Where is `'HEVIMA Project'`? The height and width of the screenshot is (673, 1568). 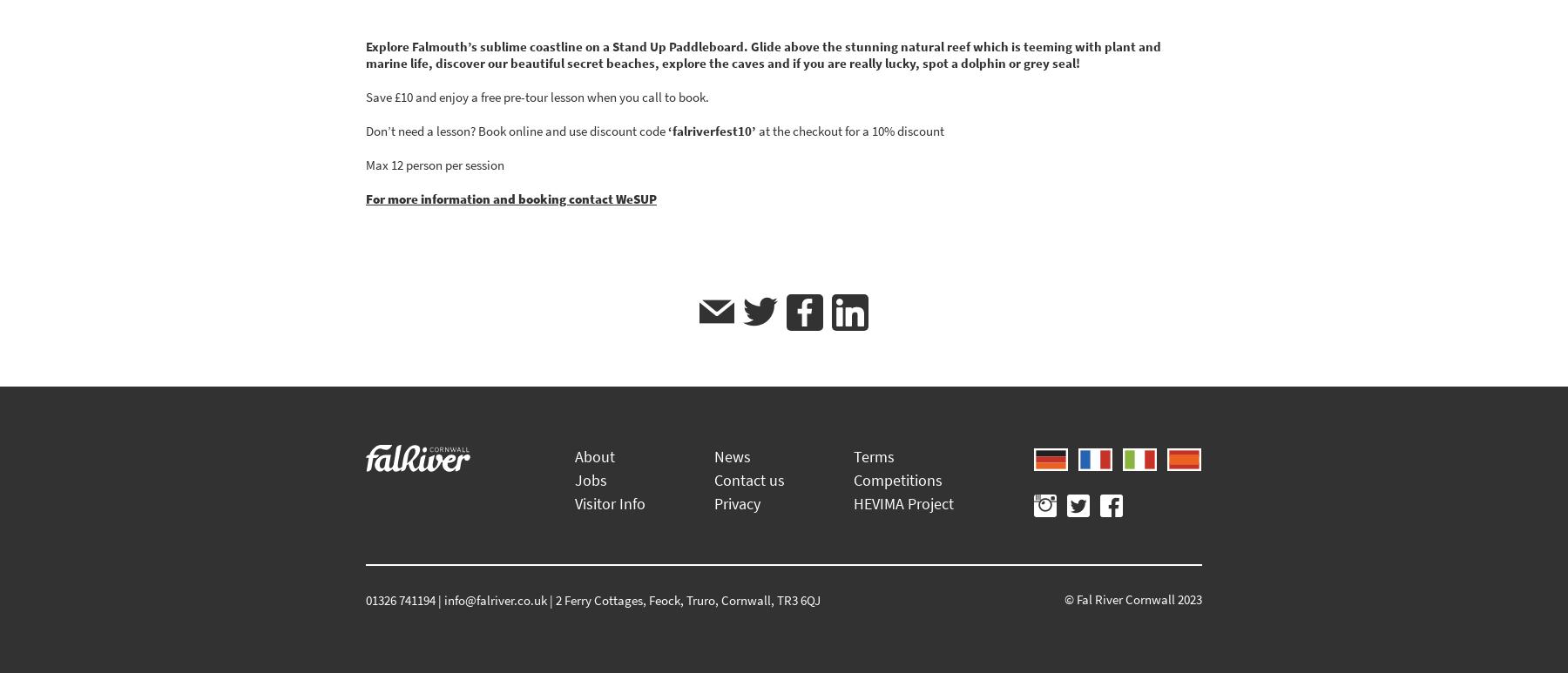 'HEVIMA Project' is located at coordinates (903, 502).